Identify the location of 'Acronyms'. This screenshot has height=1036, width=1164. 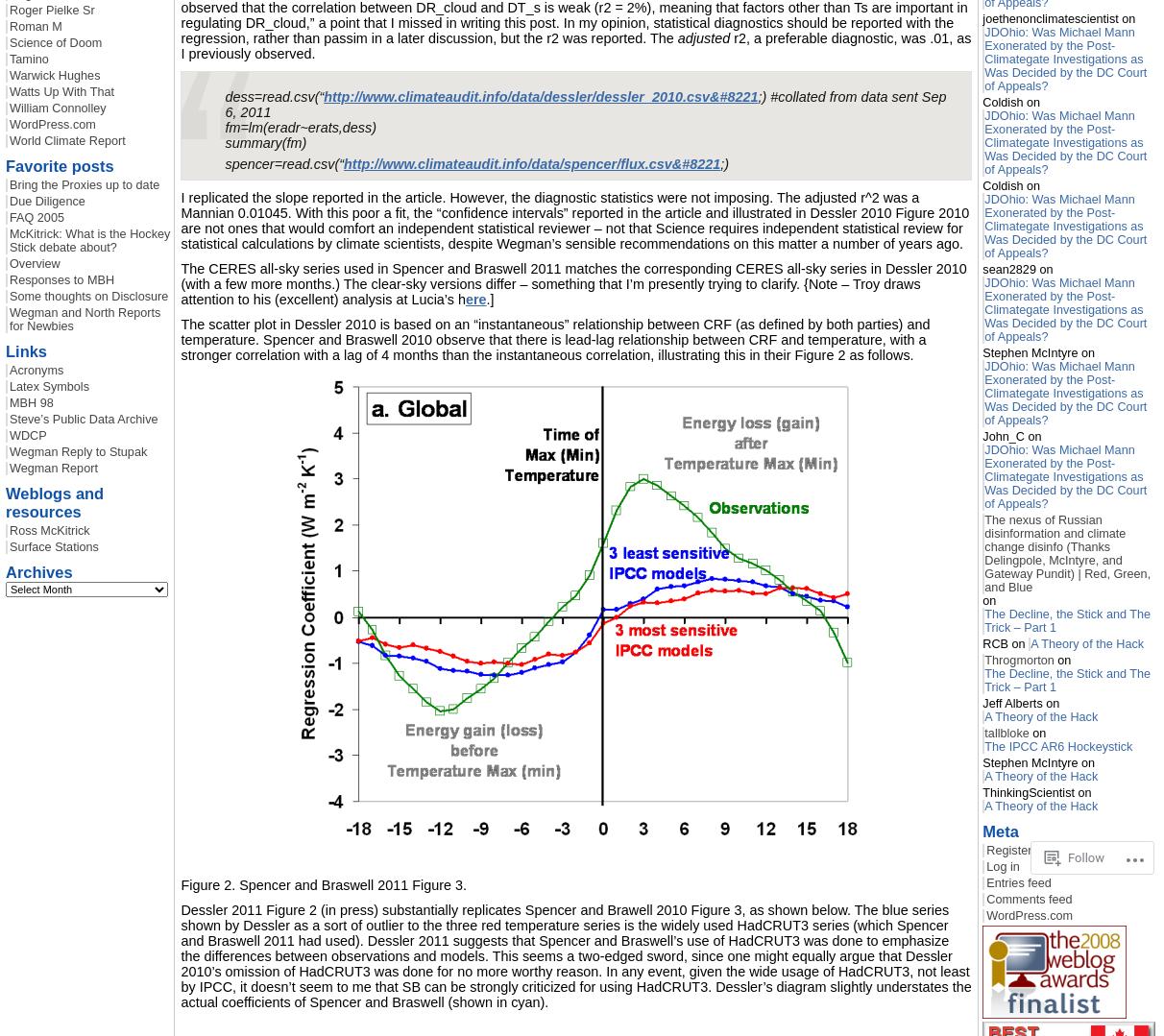
(36, 369).